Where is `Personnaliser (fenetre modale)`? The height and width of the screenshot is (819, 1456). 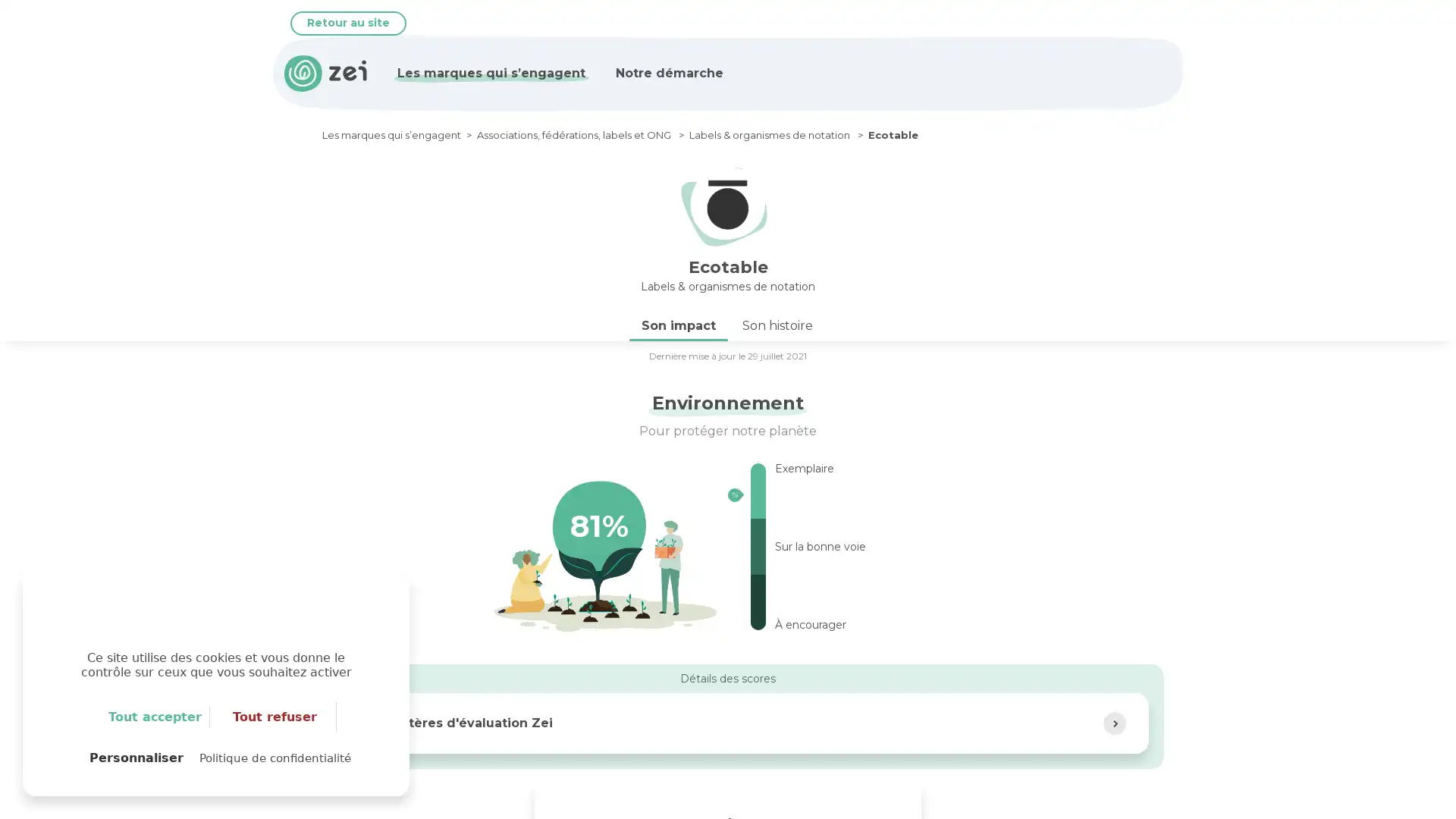
Personnaliser (fenetre modale) is located at coordinates (136, 758).